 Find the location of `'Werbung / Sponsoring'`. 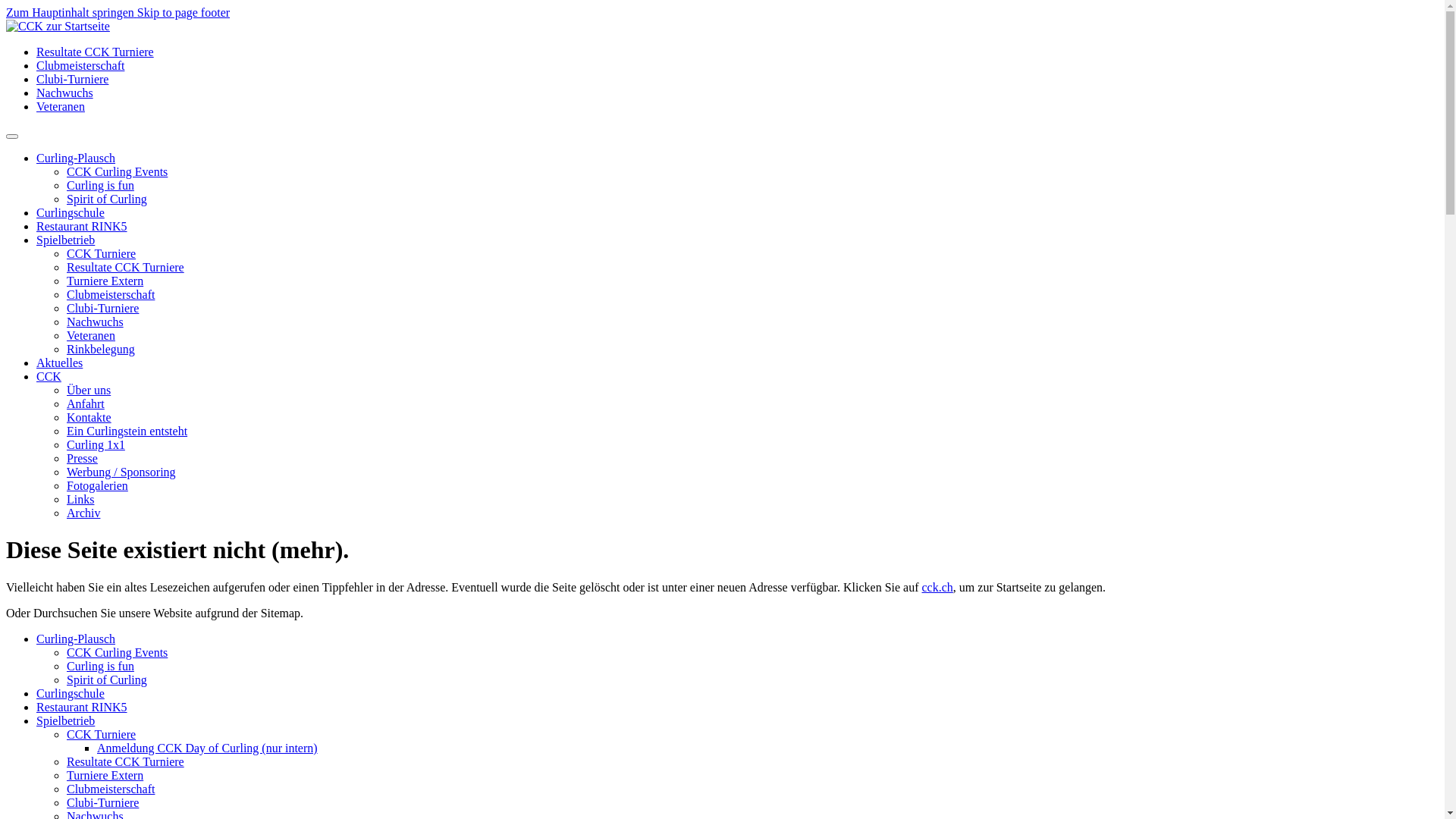

'Werbung / Sponsoring' is located at coordinates (120, 471).